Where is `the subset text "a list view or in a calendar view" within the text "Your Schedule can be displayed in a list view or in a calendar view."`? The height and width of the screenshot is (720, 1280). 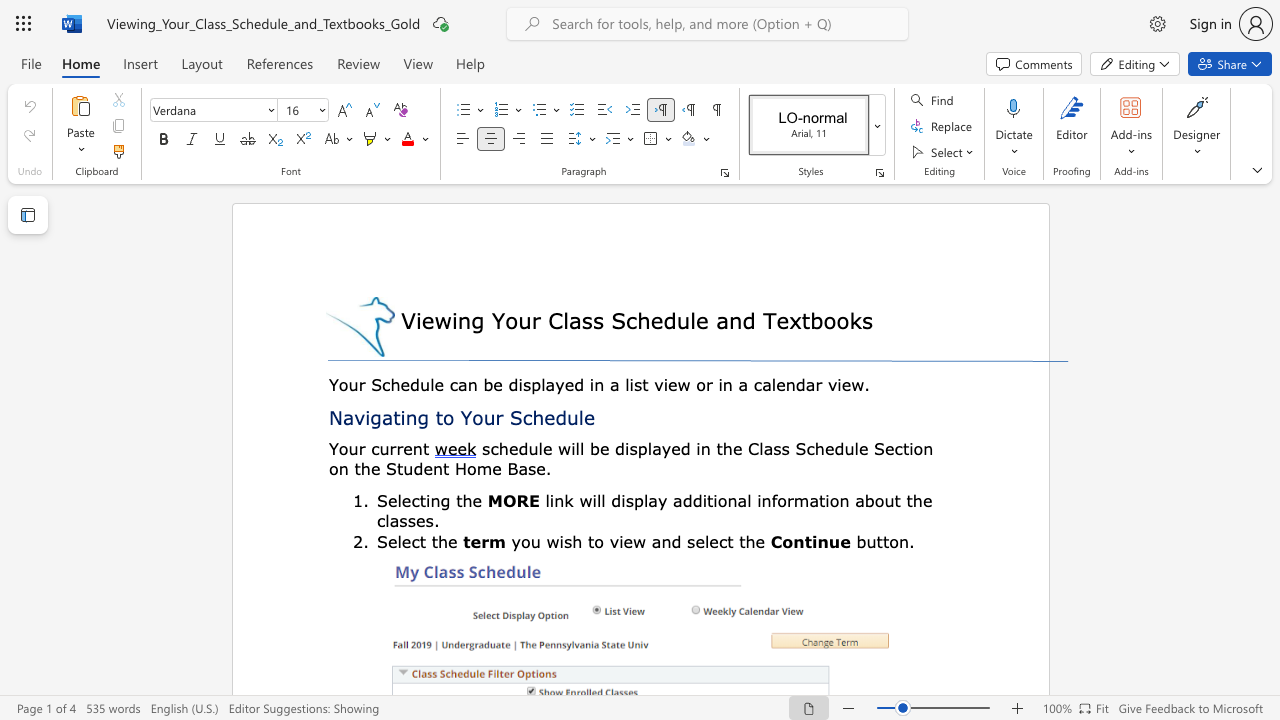 the subset text "a list view or in a calendar view" within the text "Your Schedule can be displayed in a list view or in a calendar view." is located at coordinates (608, 384).